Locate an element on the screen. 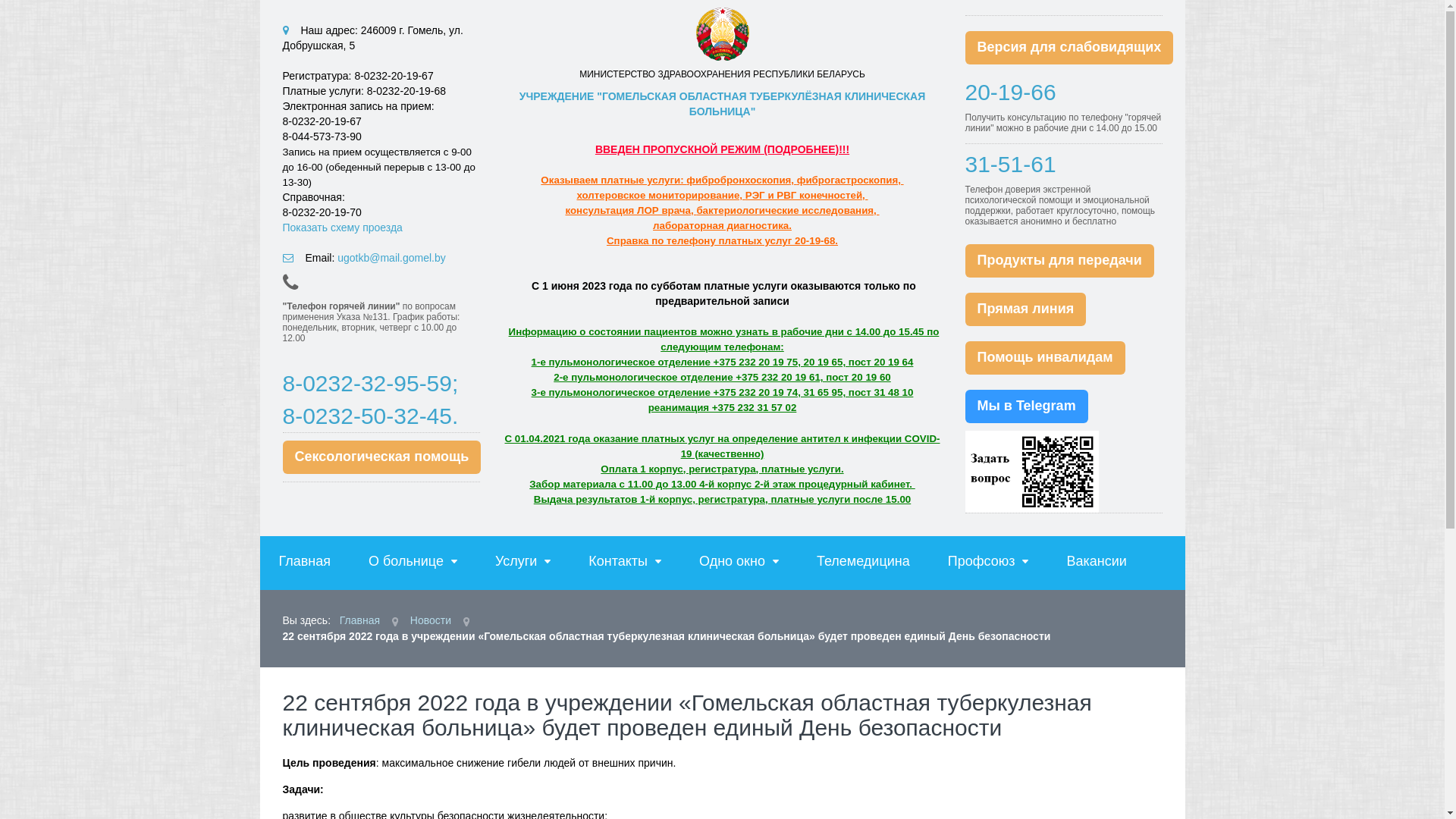 Image resolution: width=1456 pixels, height=819 pixels. 'ugotkb@mail.gomel.by' is located at coordinates (391, 256).